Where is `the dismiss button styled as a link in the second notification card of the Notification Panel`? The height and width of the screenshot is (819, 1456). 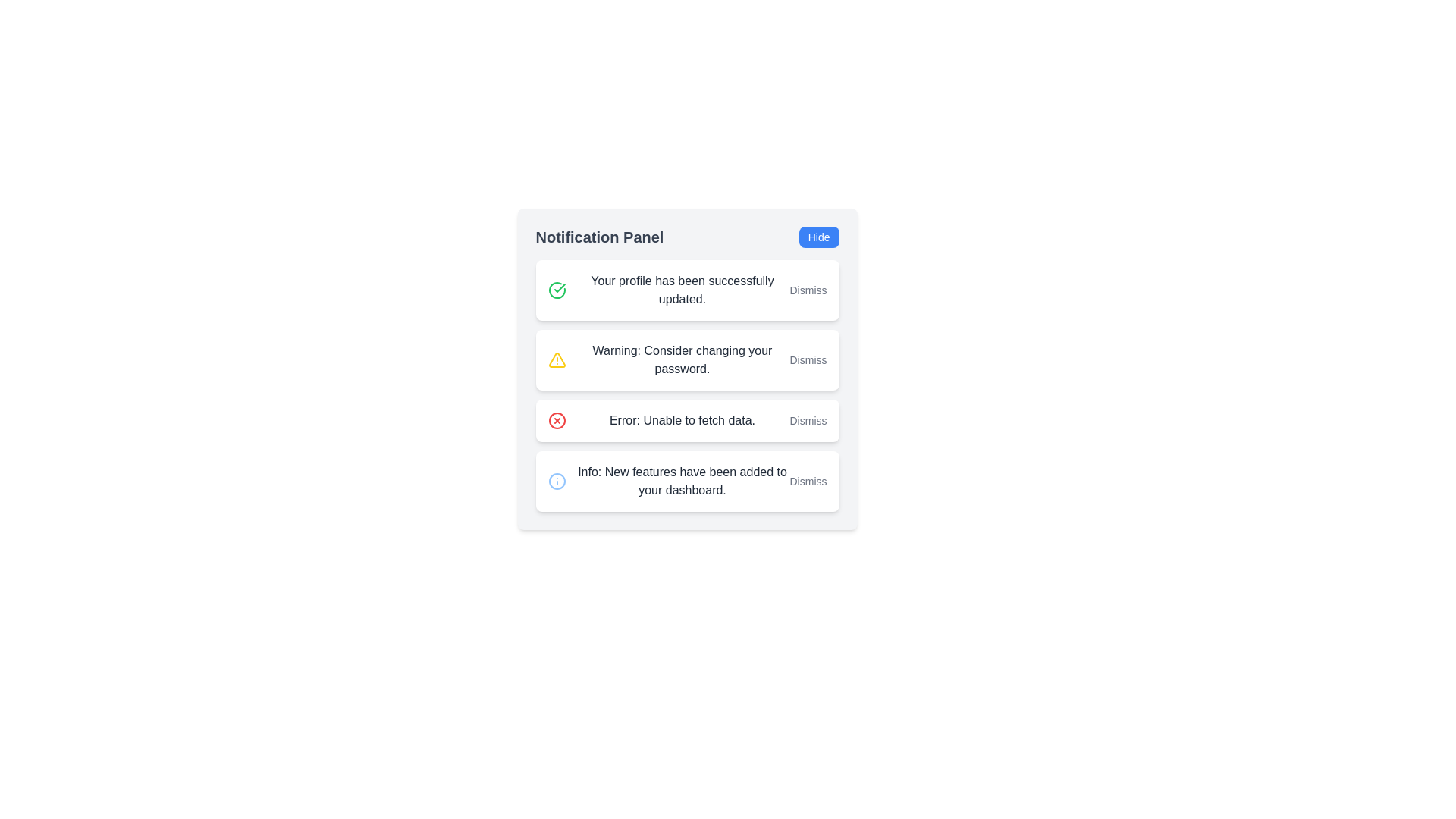
the dismiss button styled as a link in the second notification card of the Notification Panel is located at coordinates (807, 359).